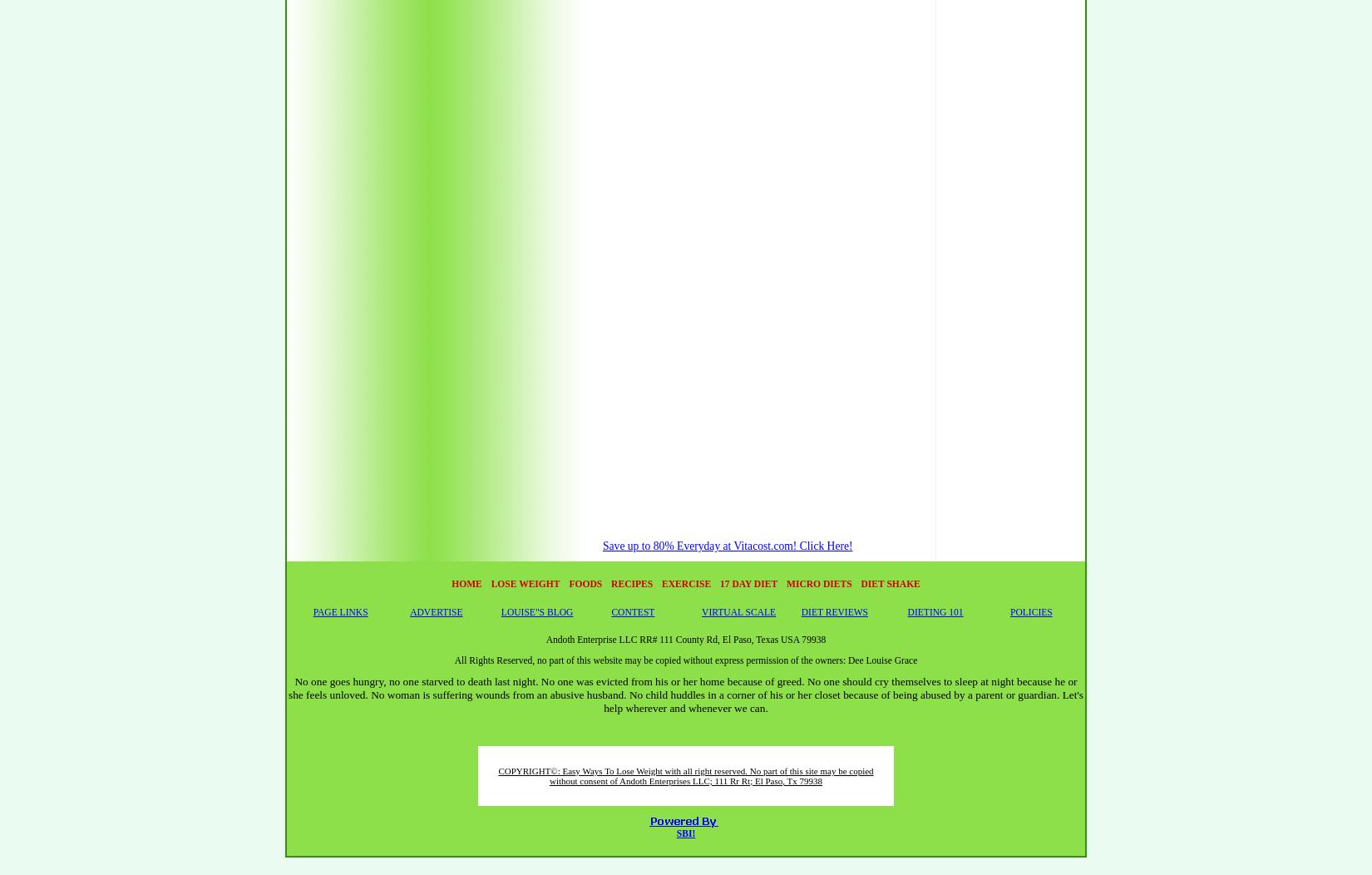 This screenshot has height=875, width=1372. I want to click on 'CONTEST', so click(631, 611).